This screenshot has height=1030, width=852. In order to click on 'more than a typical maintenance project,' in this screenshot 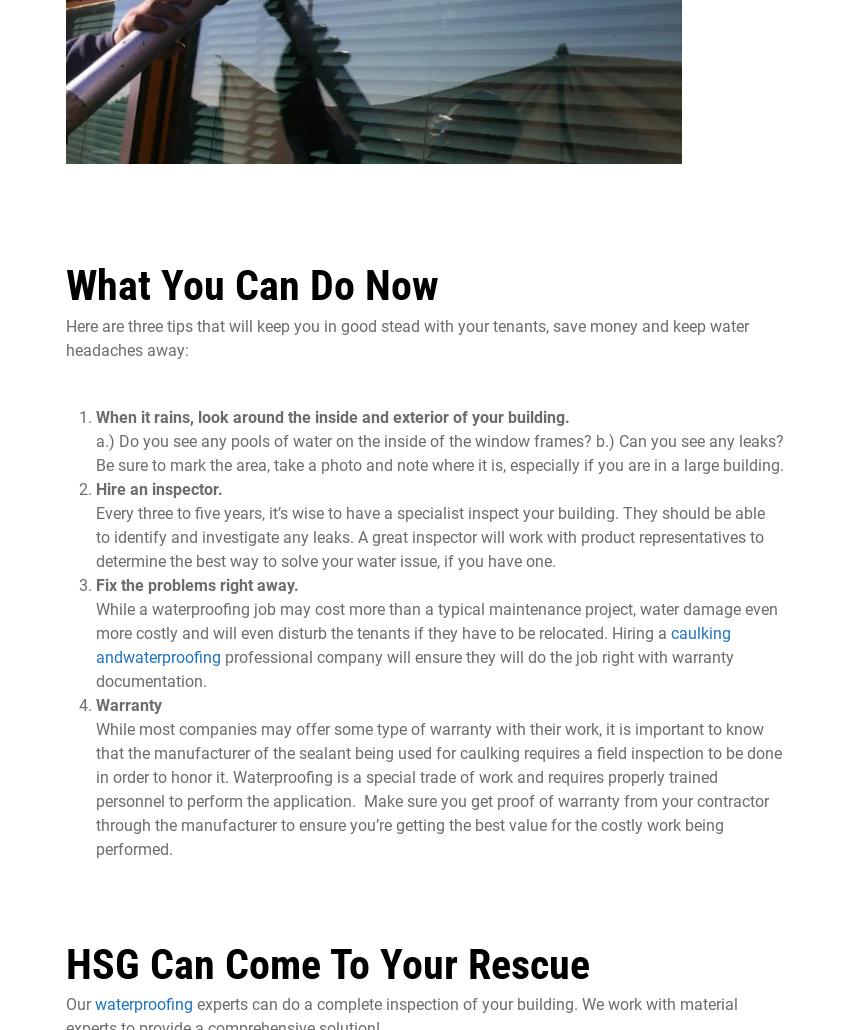, I will do `click(348, 607)`.